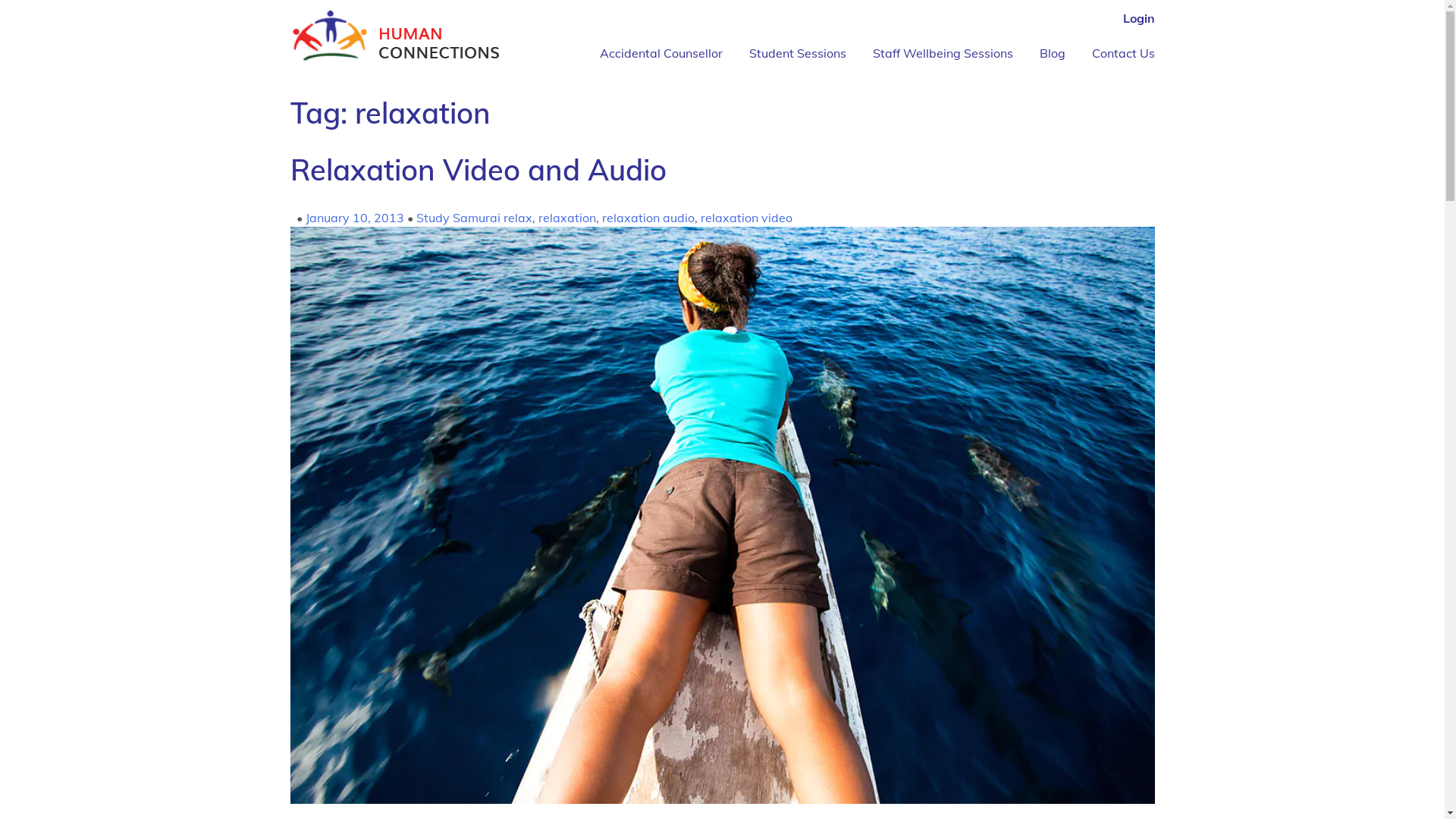  I want to click on 'Staff Wellbeing Sessions', so click(941, 52).